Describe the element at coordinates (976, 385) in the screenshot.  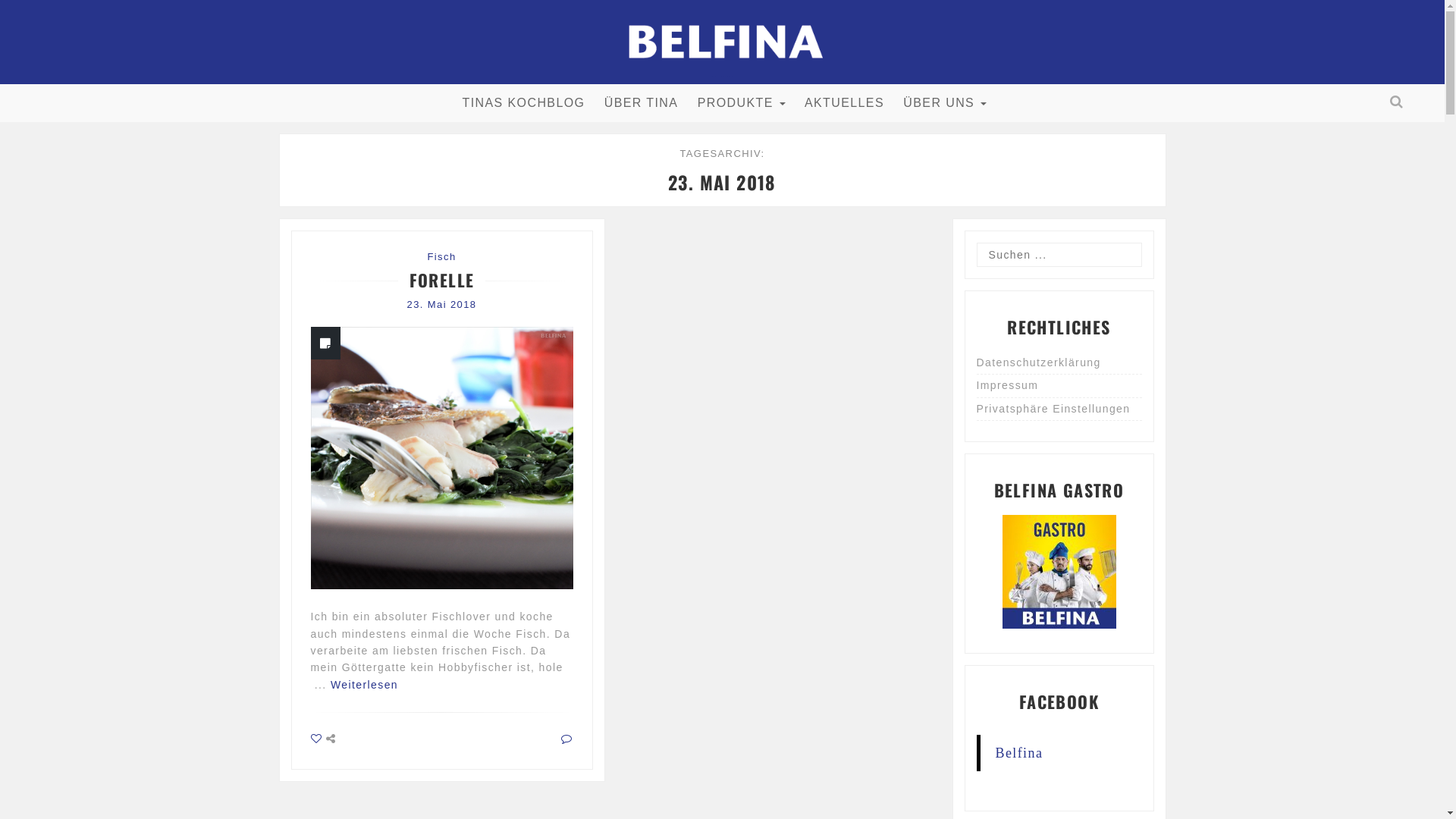
I see `'Impressum'` at that location.